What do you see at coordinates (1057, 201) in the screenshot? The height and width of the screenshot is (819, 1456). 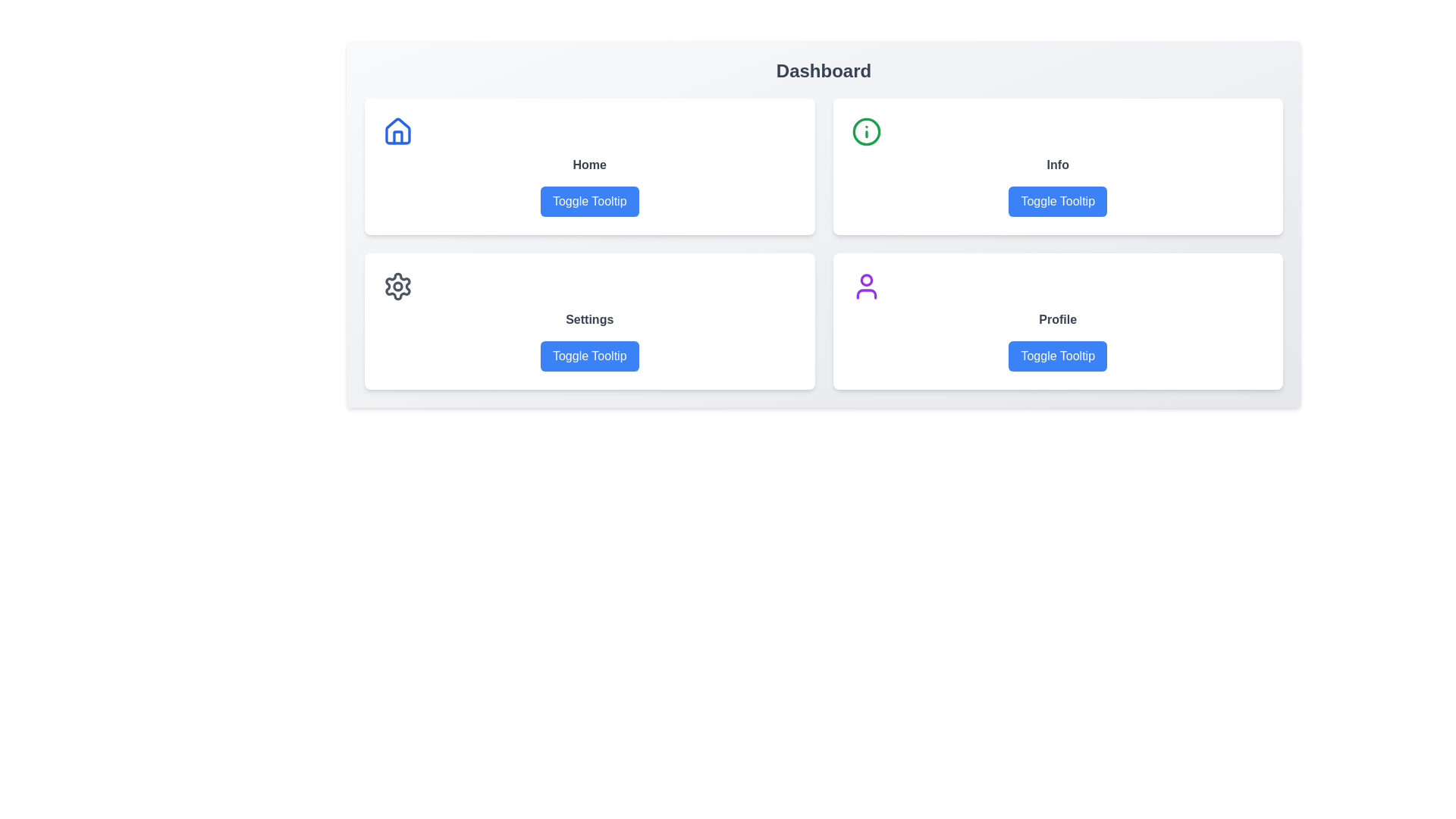 I see `the button centered beneath the 'Info' text label` at bounding box center [1057, 201].